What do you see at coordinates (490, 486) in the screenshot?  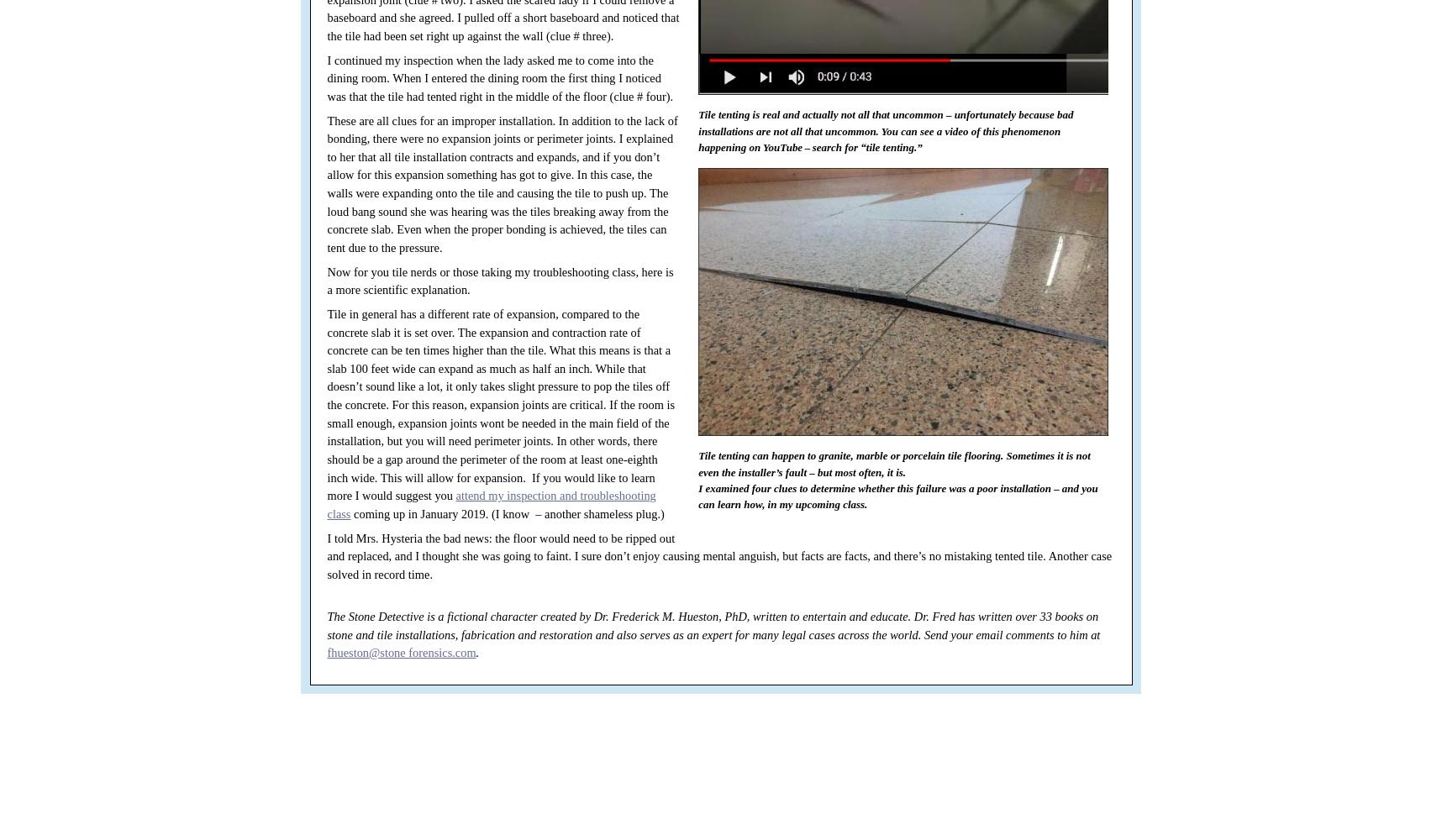 I see `'If you would like to learn more I would suggest you'` at bounding box center [490, 486].